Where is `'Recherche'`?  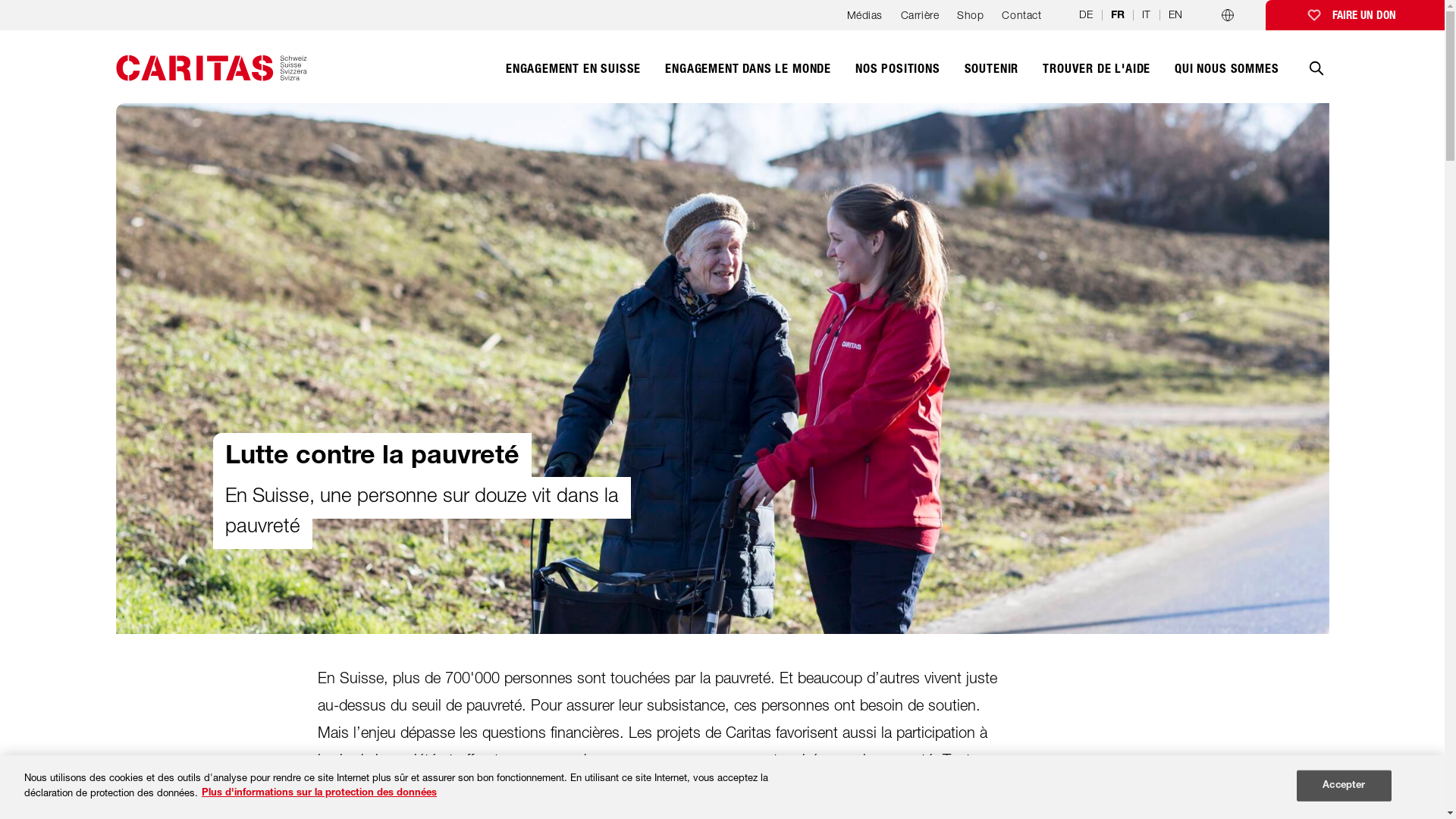 'Recherche' is located at coordinates (1314, 79).